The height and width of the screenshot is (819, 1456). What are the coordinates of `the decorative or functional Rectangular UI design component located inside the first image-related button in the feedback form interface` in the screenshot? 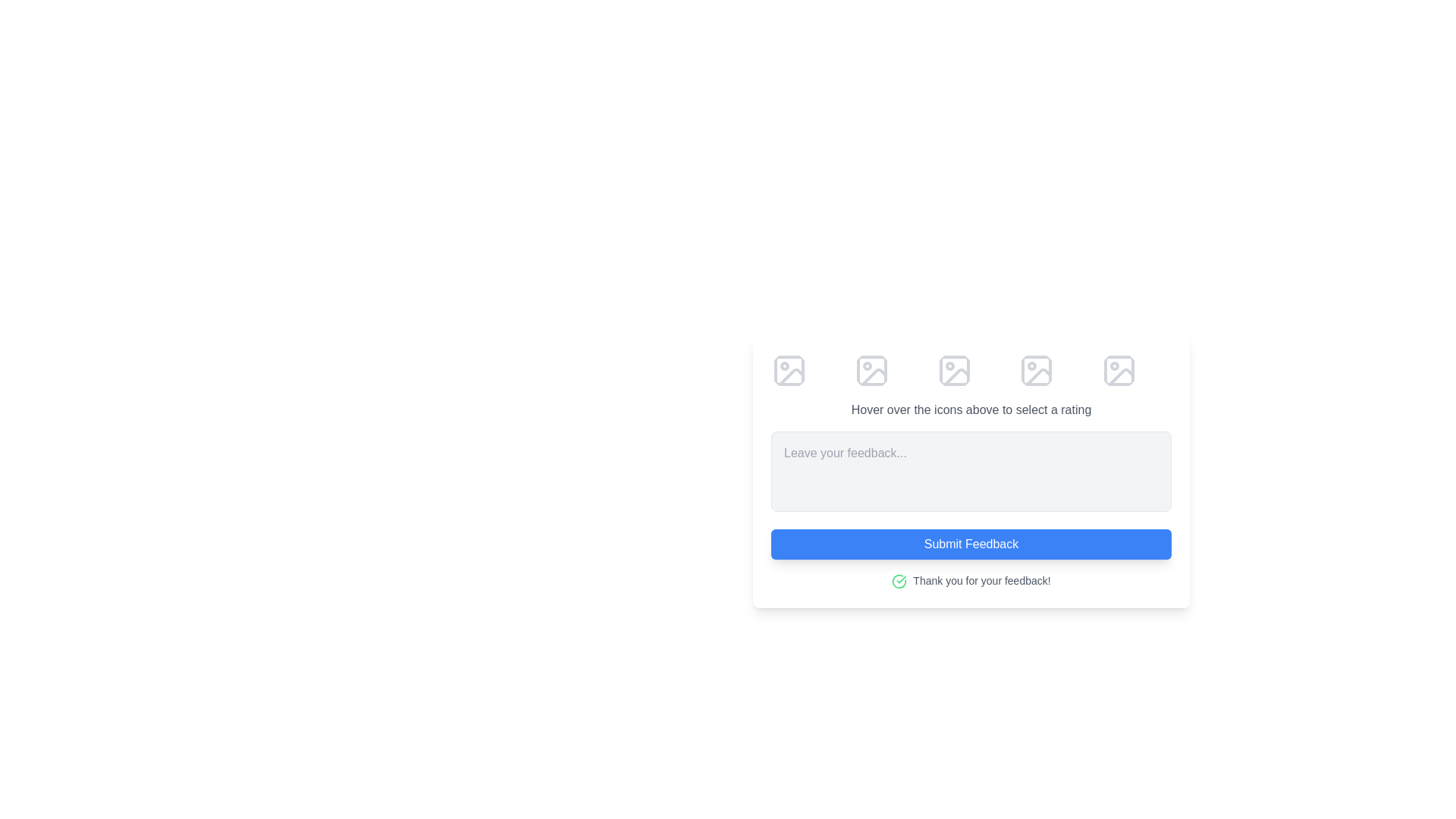 It's located at (789, 371).